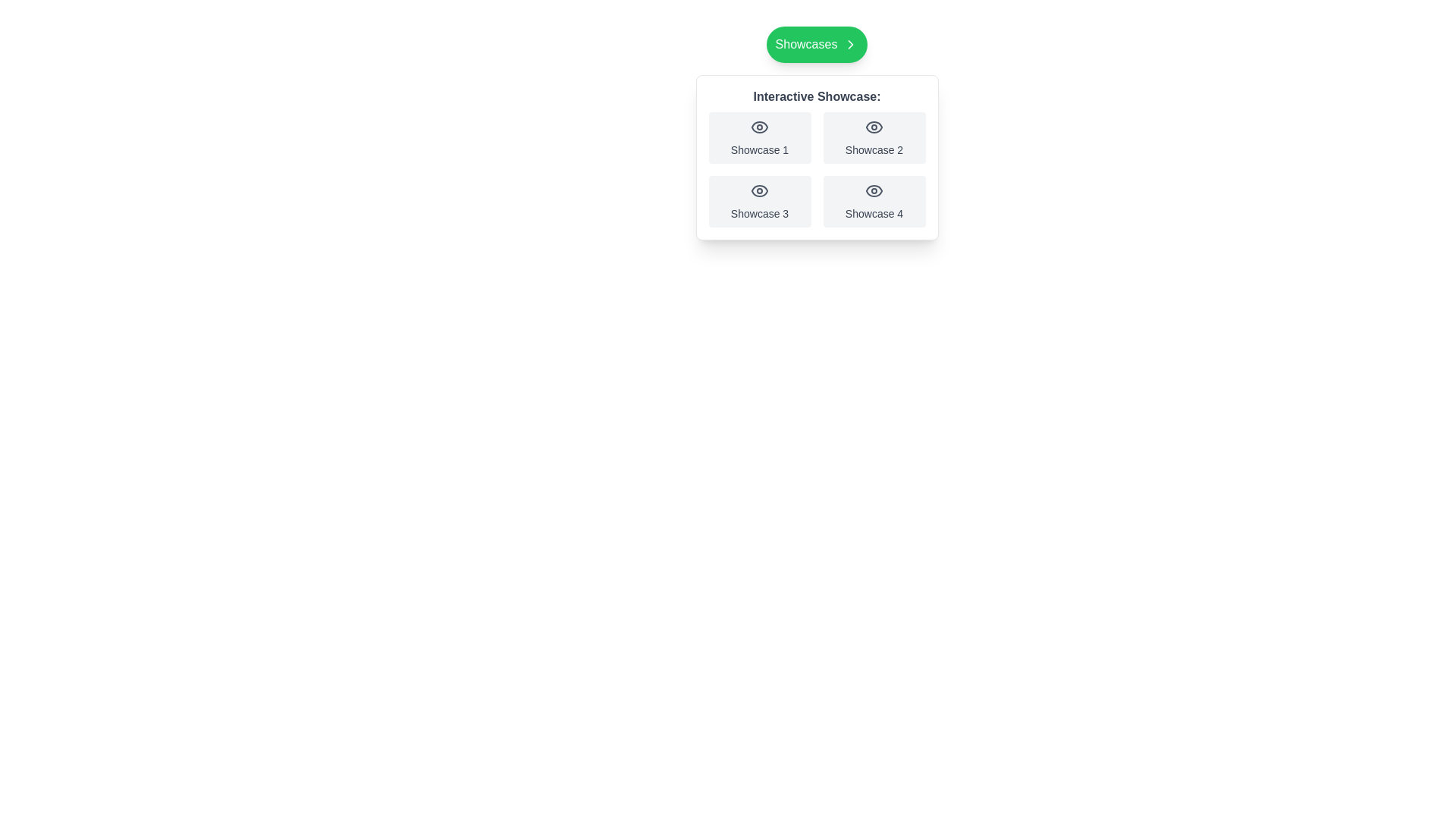 The image size is (1456, 819). Describe the element at coordinates (874, 213) in the screenshot. I see `the Text Label located in the bottom-right corner of the grid within the 'Interactive Showcase' section, which serves as a label for the associated showcase` at that location.